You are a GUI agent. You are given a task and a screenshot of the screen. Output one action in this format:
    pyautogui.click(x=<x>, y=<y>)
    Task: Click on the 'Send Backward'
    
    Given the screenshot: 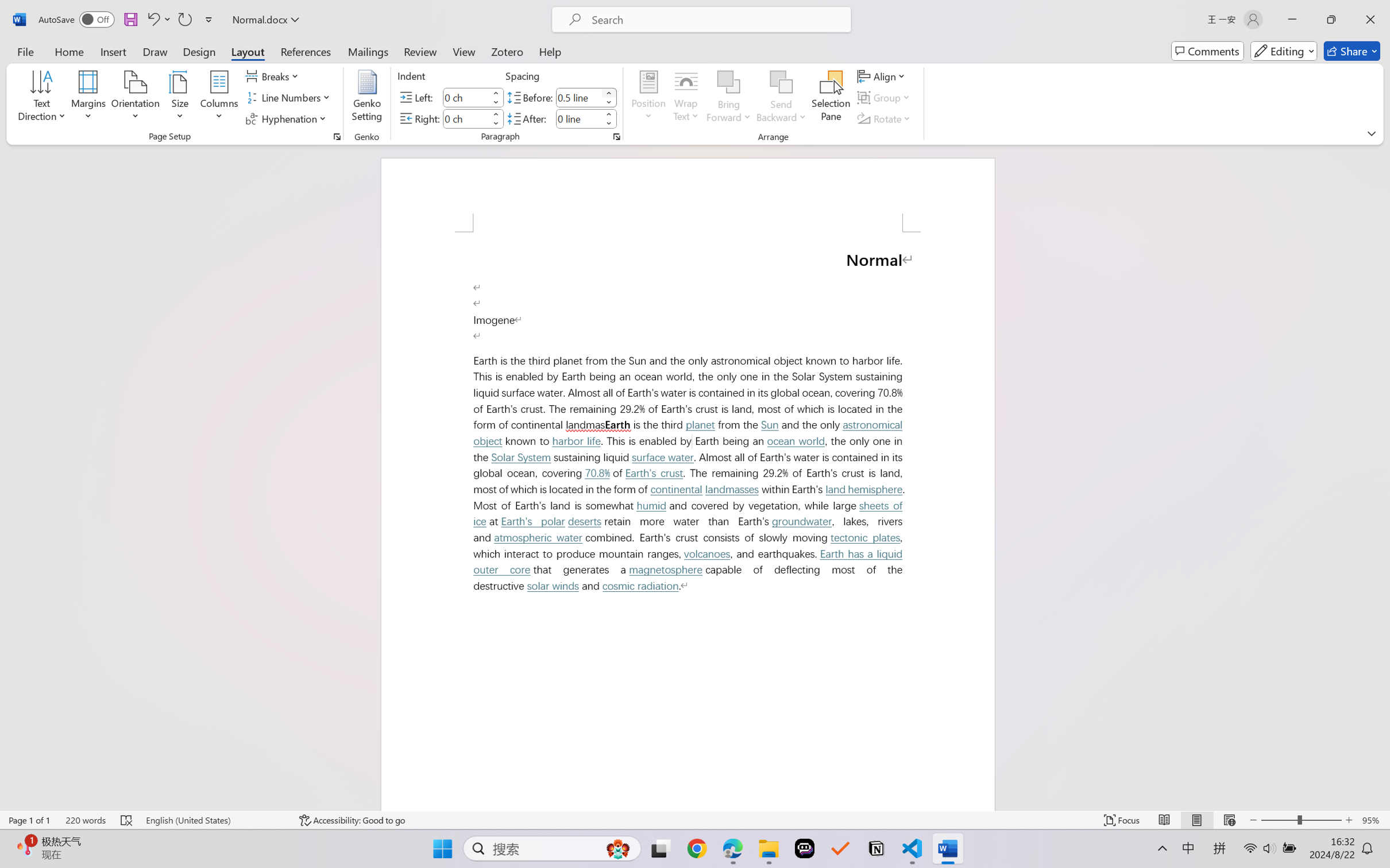 What is the action you would take?
    pyautogui.click(x=781, y=98)
    